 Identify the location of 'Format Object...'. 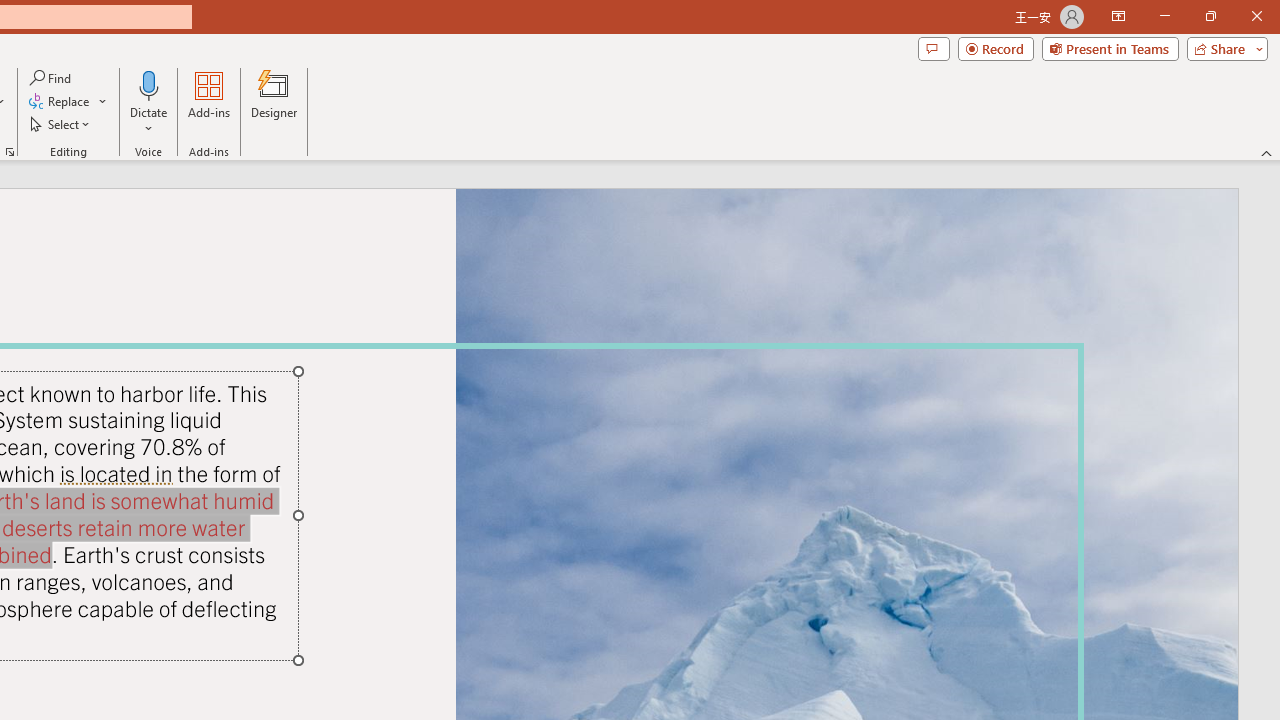
(10, 150).